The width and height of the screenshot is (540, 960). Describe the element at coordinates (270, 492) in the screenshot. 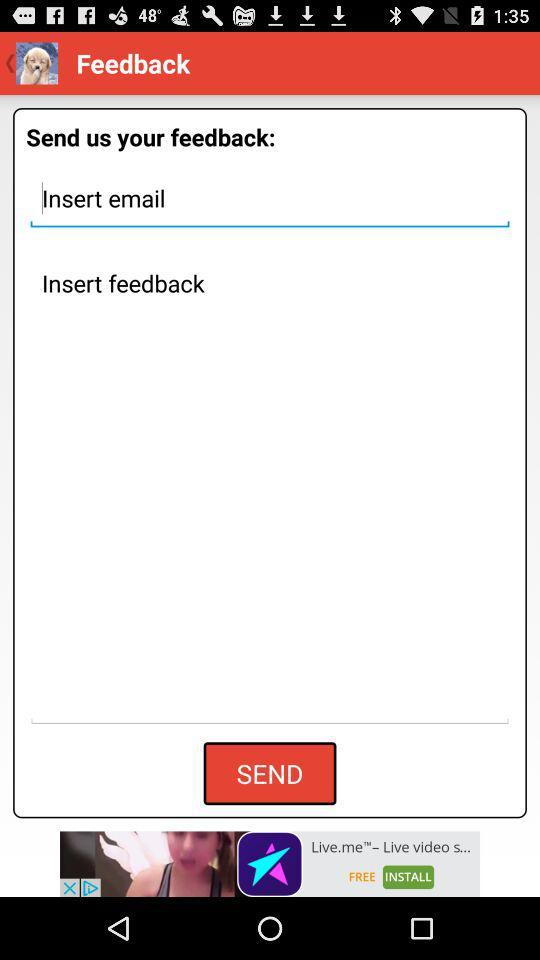

I see `insert feedback` at that location.